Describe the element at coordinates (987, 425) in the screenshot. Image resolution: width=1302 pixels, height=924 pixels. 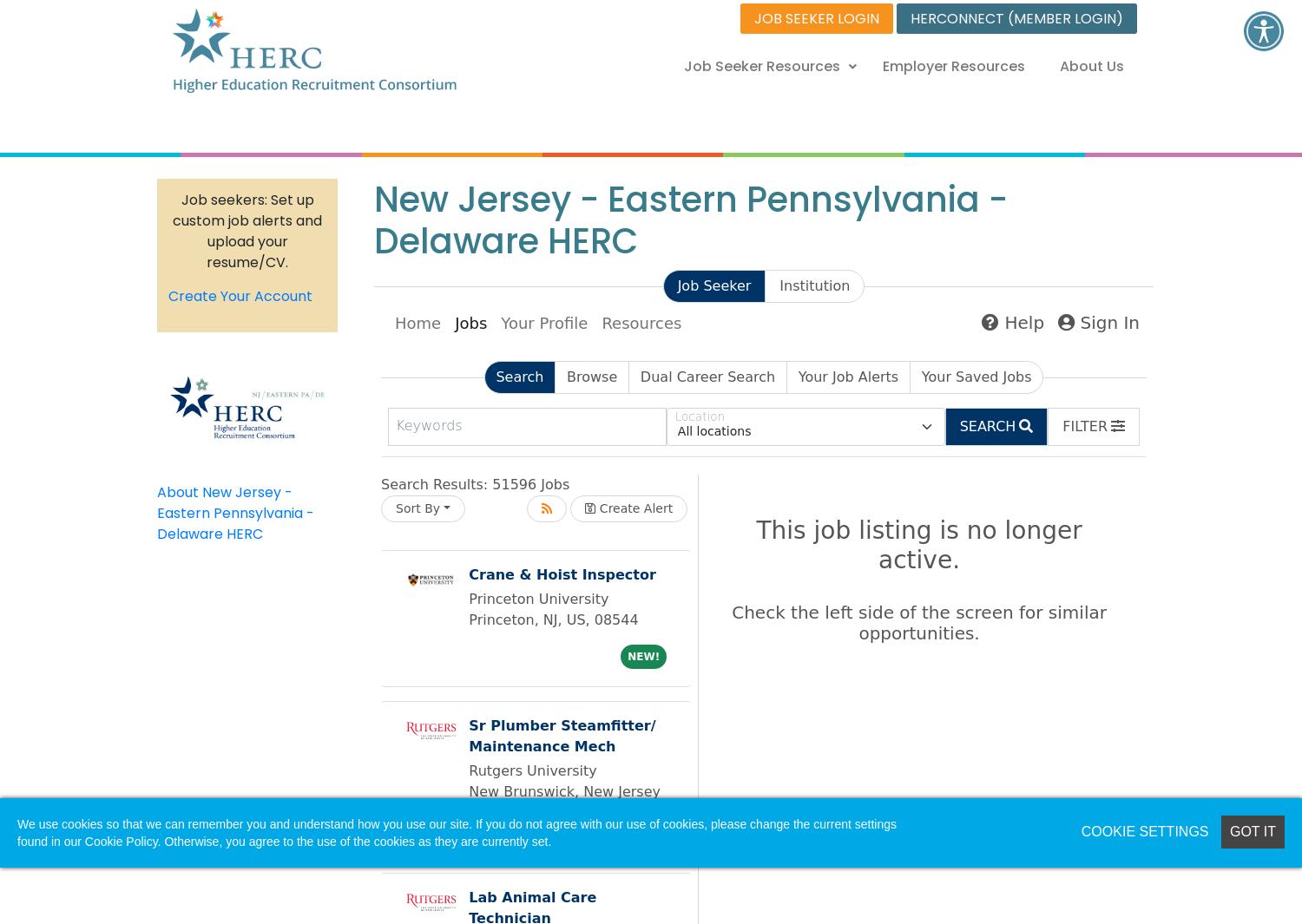
I see `'SEARCH'` at that location.